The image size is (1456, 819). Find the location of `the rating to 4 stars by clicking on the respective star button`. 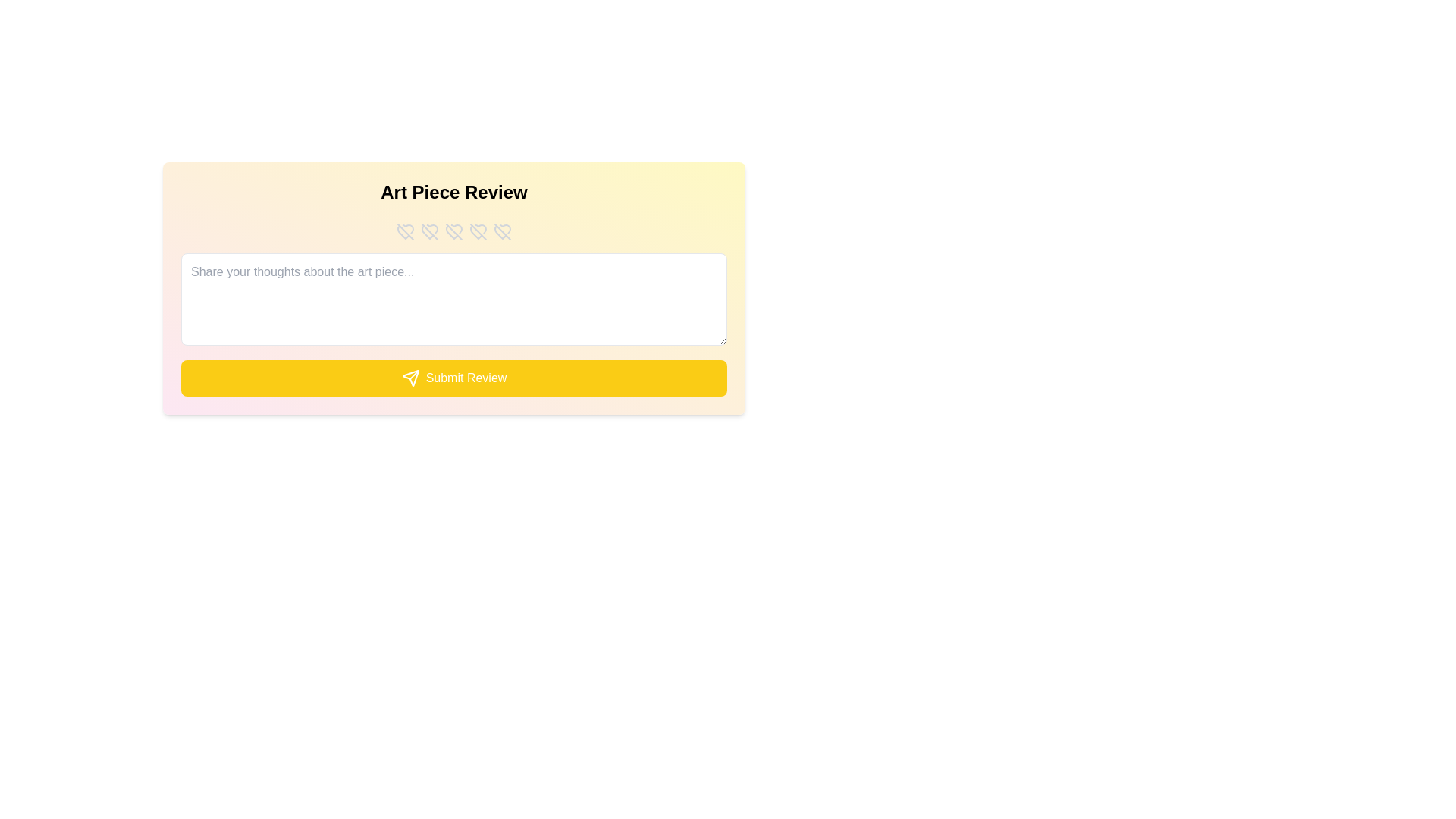

the rating to 4 stars by clicking on the respective star button is located at coordinates (477, 231).